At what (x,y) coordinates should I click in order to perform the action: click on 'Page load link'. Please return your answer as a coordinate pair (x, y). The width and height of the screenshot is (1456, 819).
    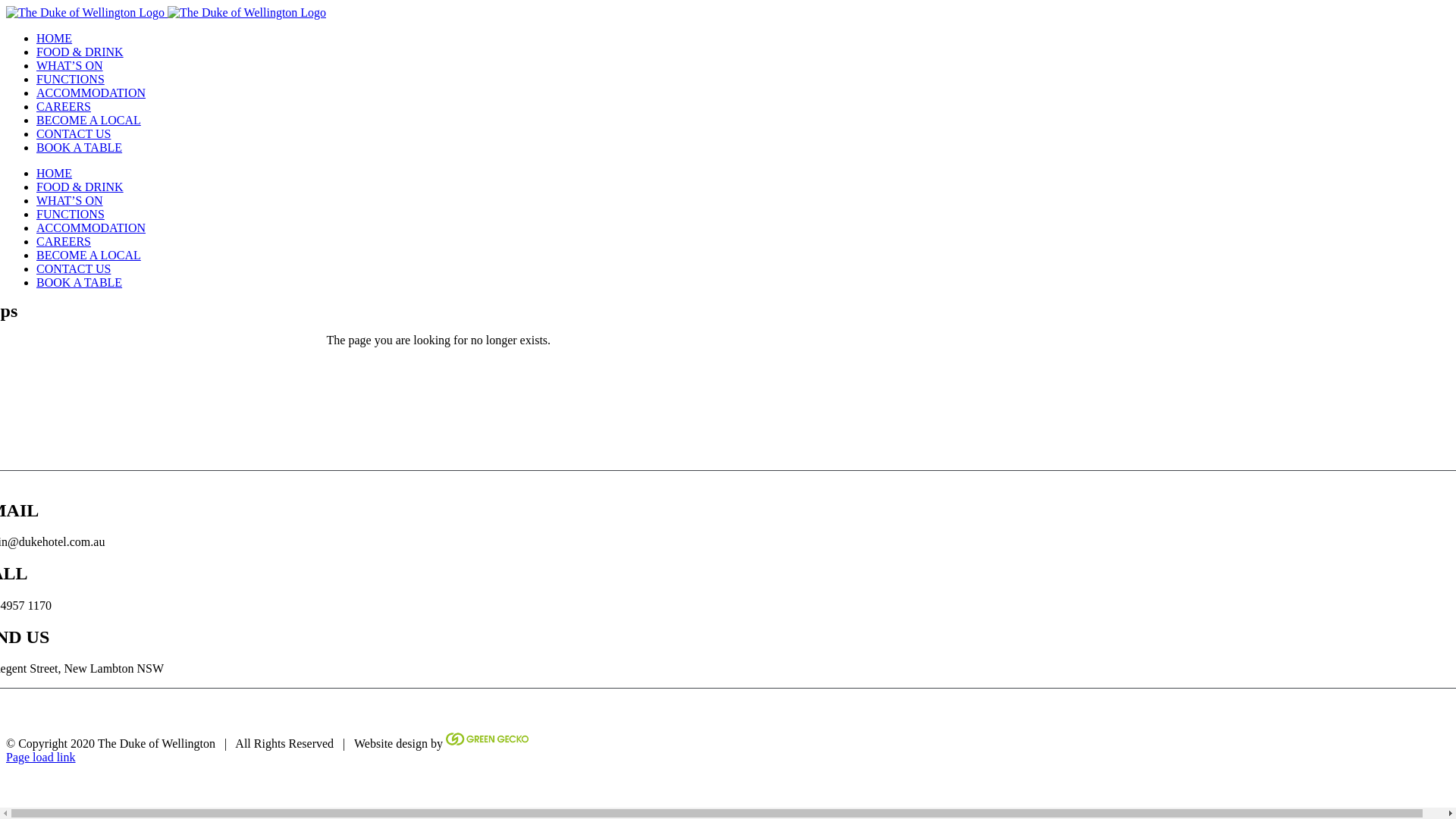
    Looking at the image, I should click on (40, 757).